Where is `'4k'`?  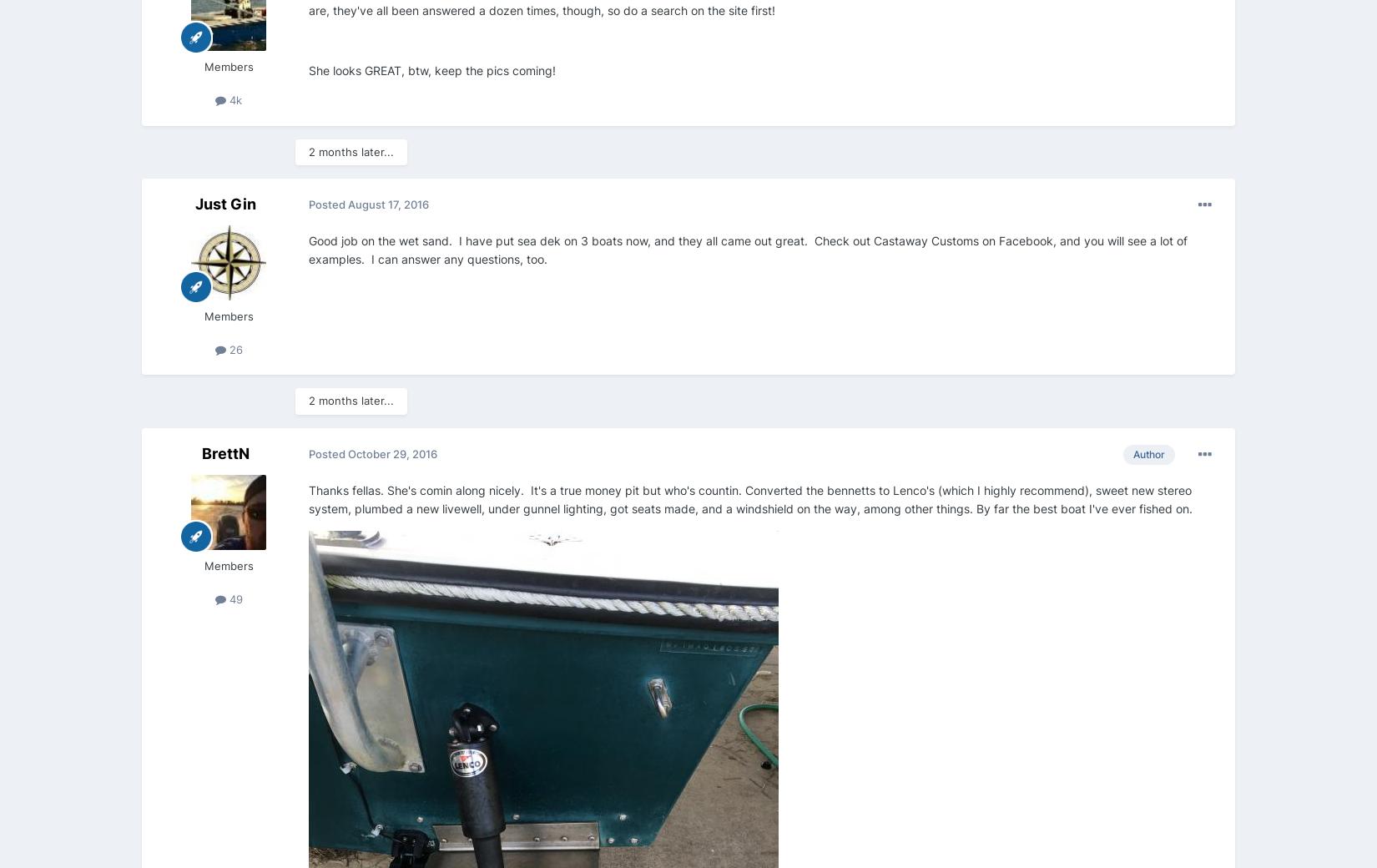 '4k' is located at coordinates (234, 98).